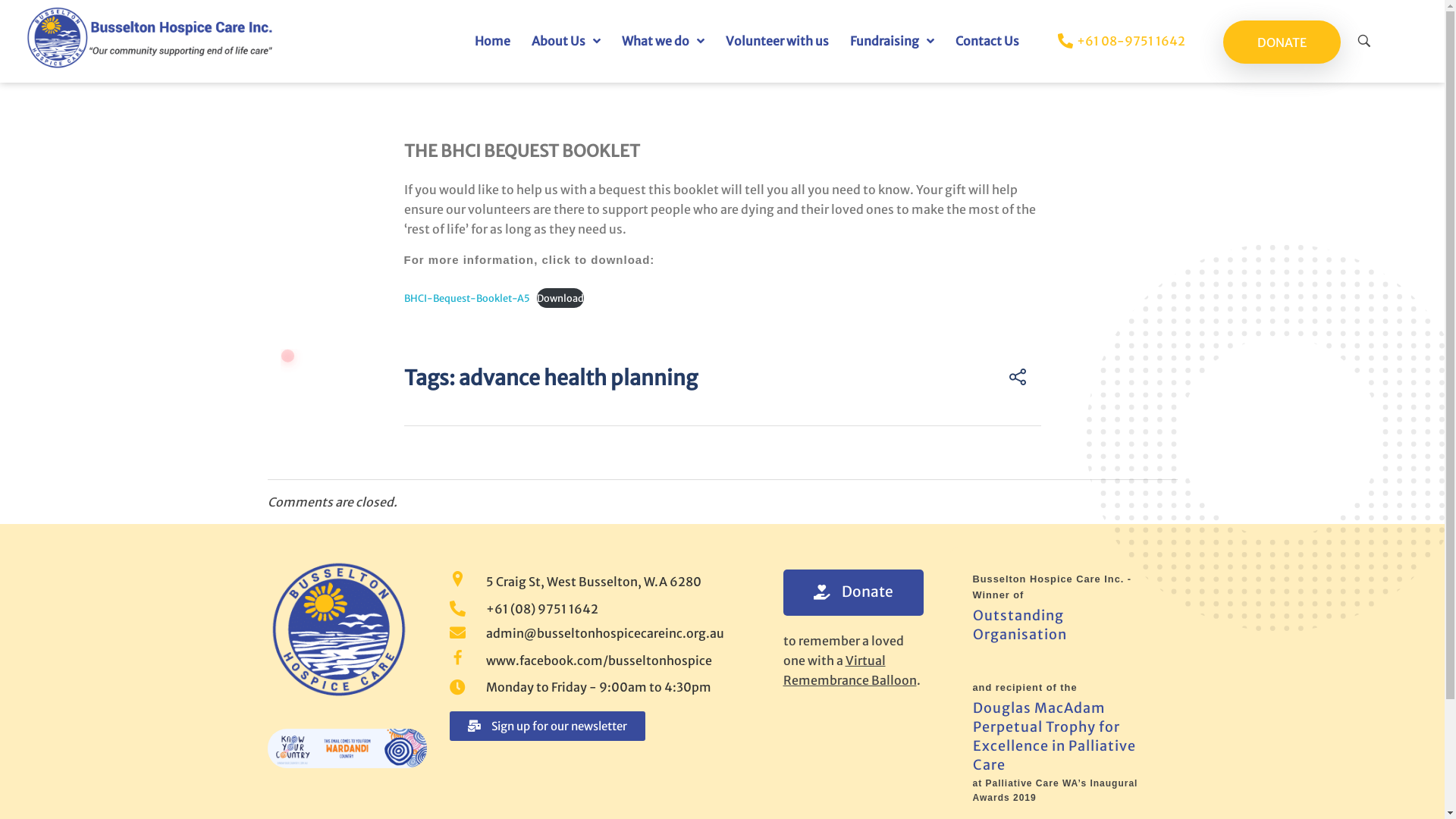 This screenshot has width=1456, height=819. I want to click on 'Sign up for our newsletter', so click(447, 725).